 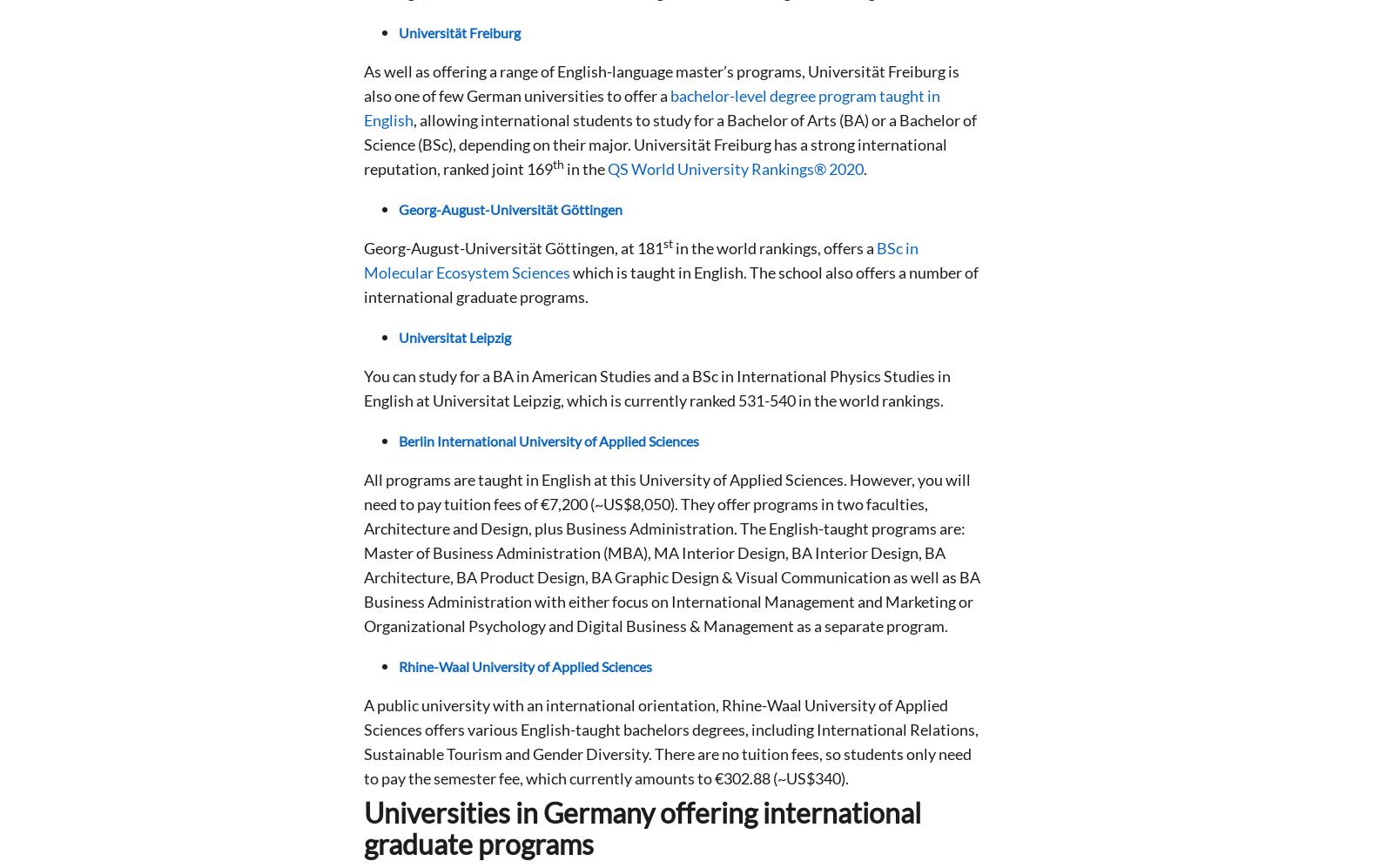 What do you see at coordinates (513, 248) in the screenshot?
I see `'Georg-August-Universität Göttingen, at 181'` at bounding box center [513, 248].